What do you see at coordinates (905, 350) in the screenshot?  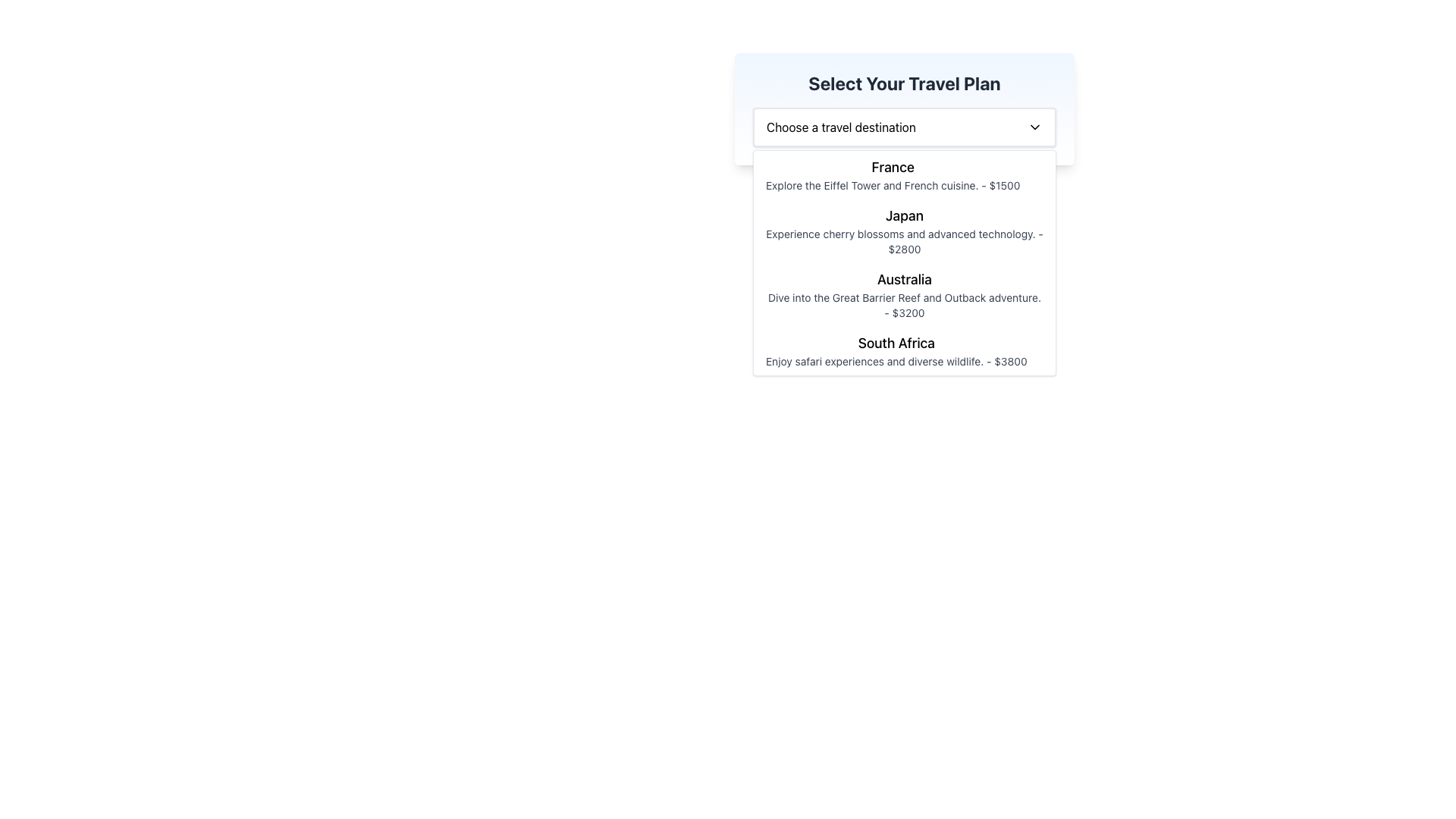 I see `information presented in the last item of the dropdown menu titled 'Select Your Travel Plan', which describes the 'South Africa' travel package` at bounding box center [905, 350].